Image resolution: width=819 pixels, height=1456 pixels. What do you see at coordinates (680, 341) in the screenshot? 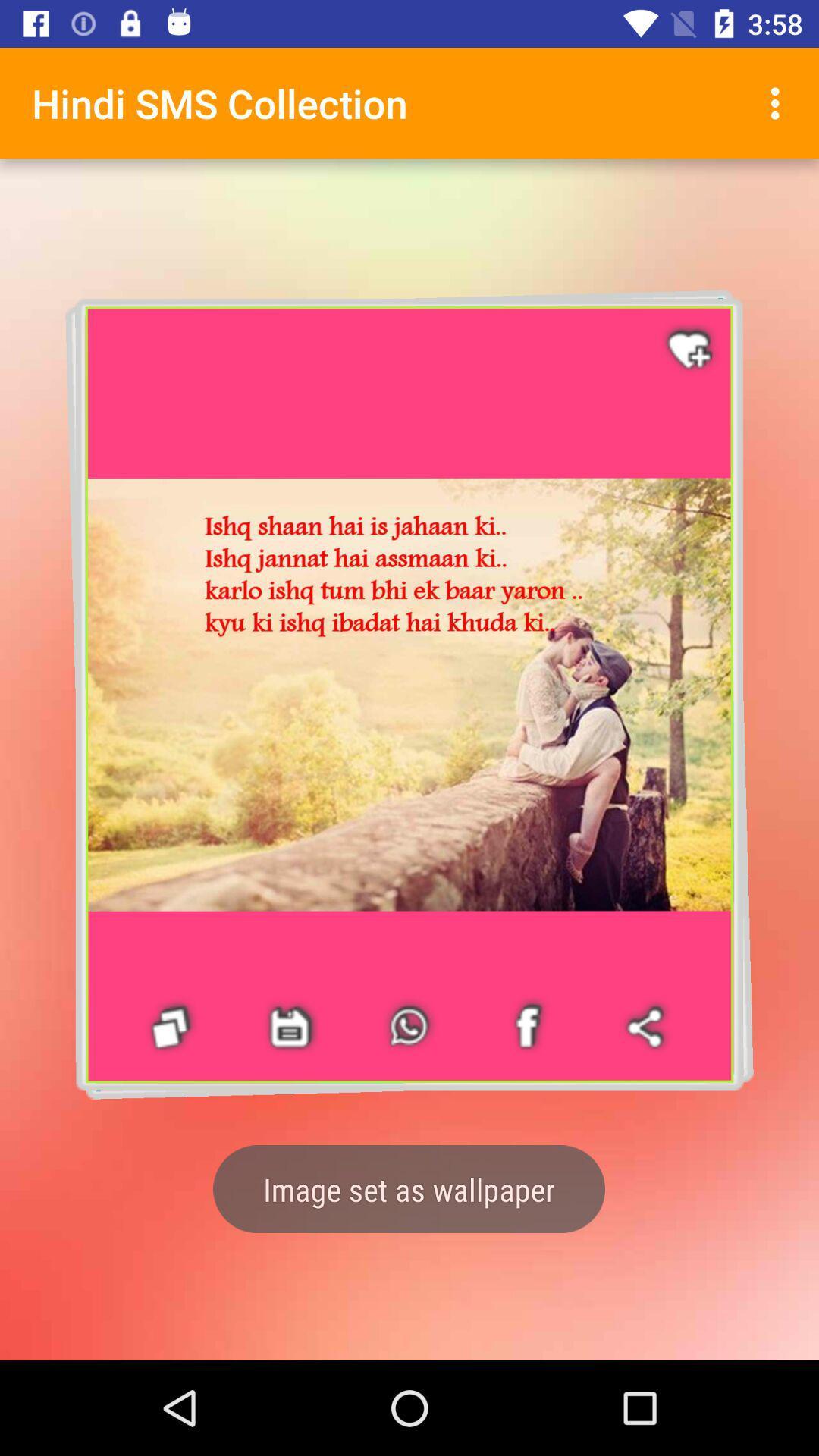
I see `the favorite icon` at bounding box center [680, 341].